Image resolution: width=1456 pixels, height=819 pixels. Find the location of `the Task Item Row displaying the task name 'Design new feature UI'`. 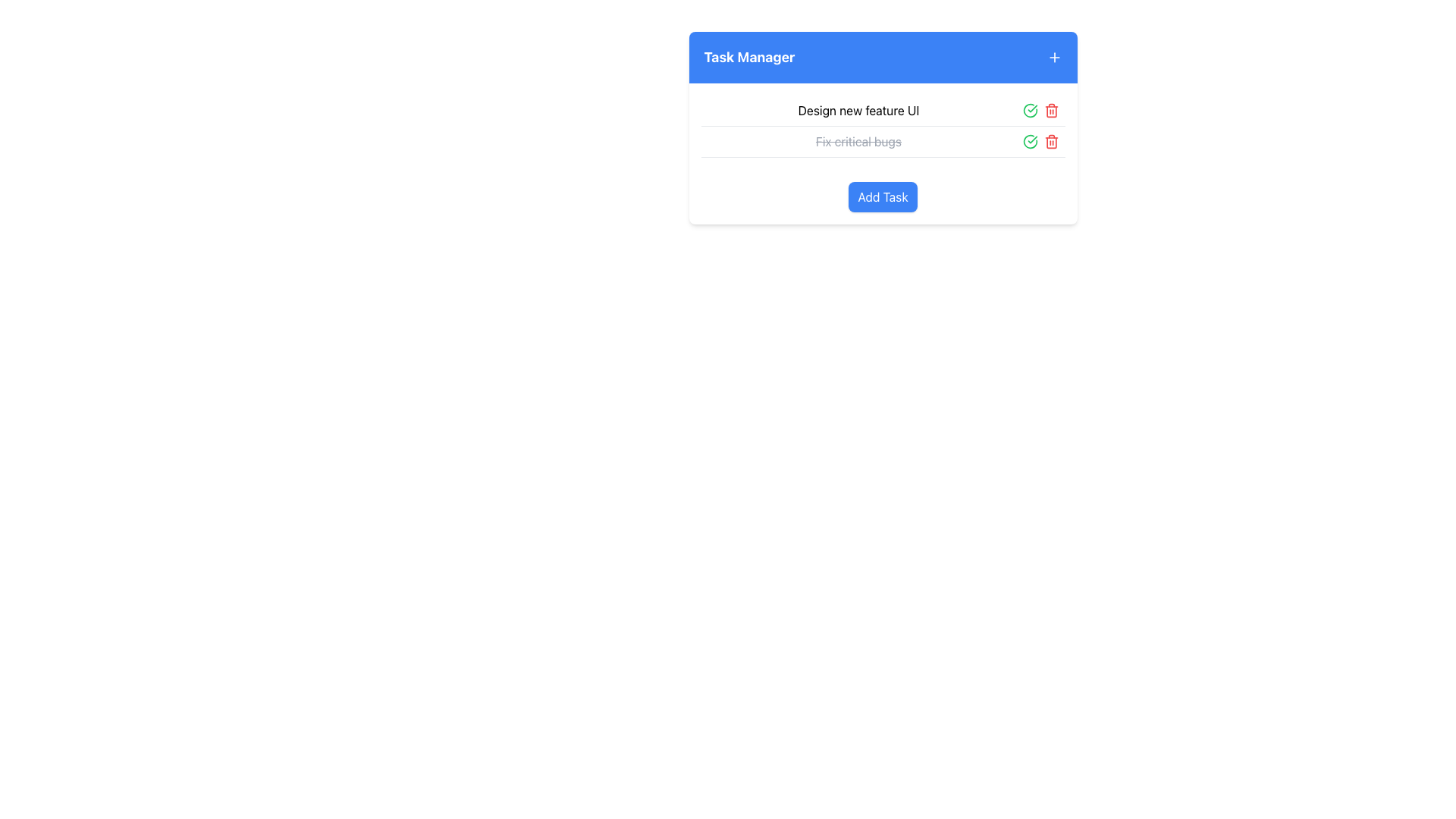

the Task Item Row displaying the task name 'Design new feature UI' is located at coordinates (883, 110).